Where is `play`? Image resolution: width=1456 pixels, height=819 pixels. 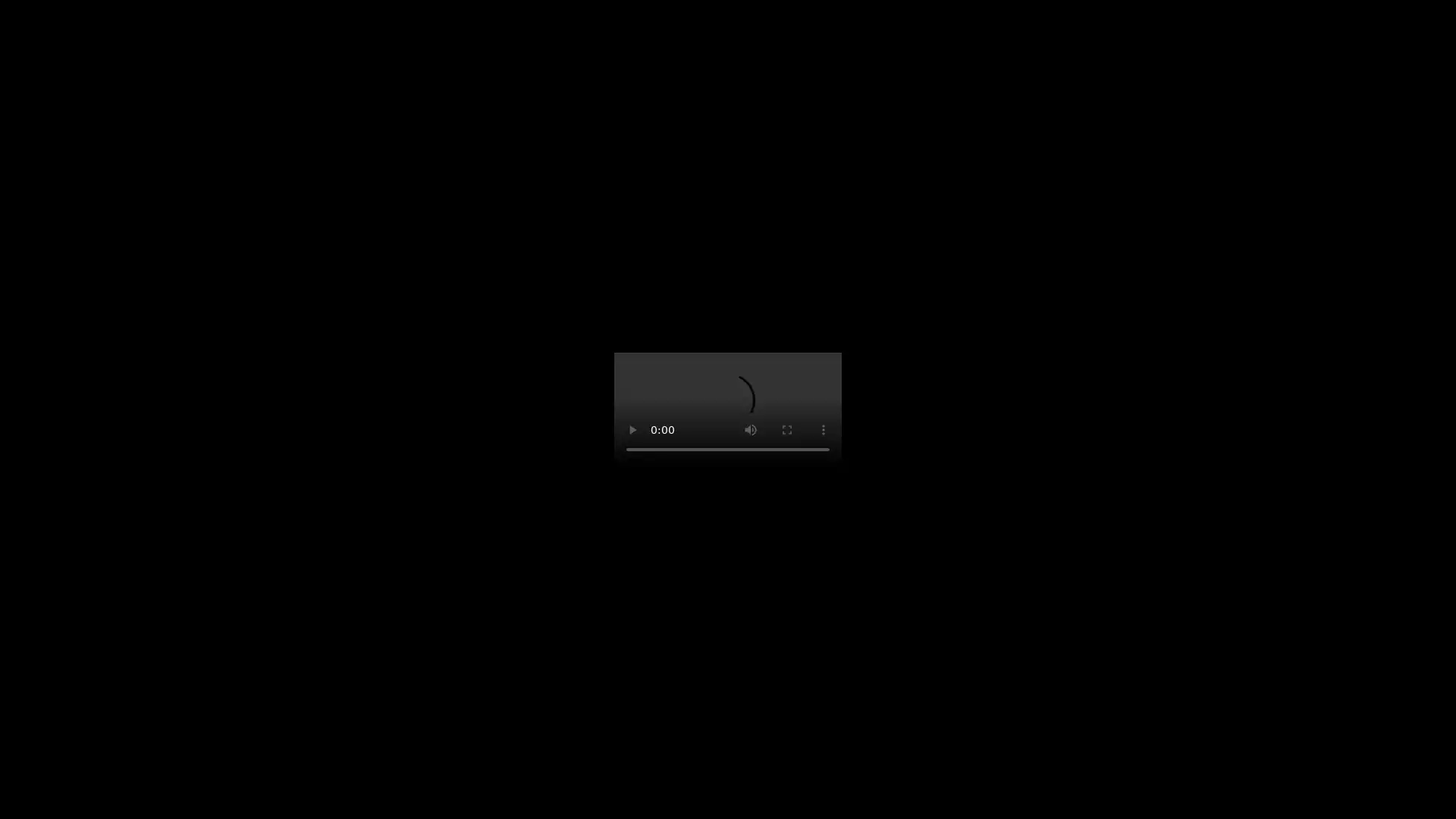
play is located at coordinates (632, 430).